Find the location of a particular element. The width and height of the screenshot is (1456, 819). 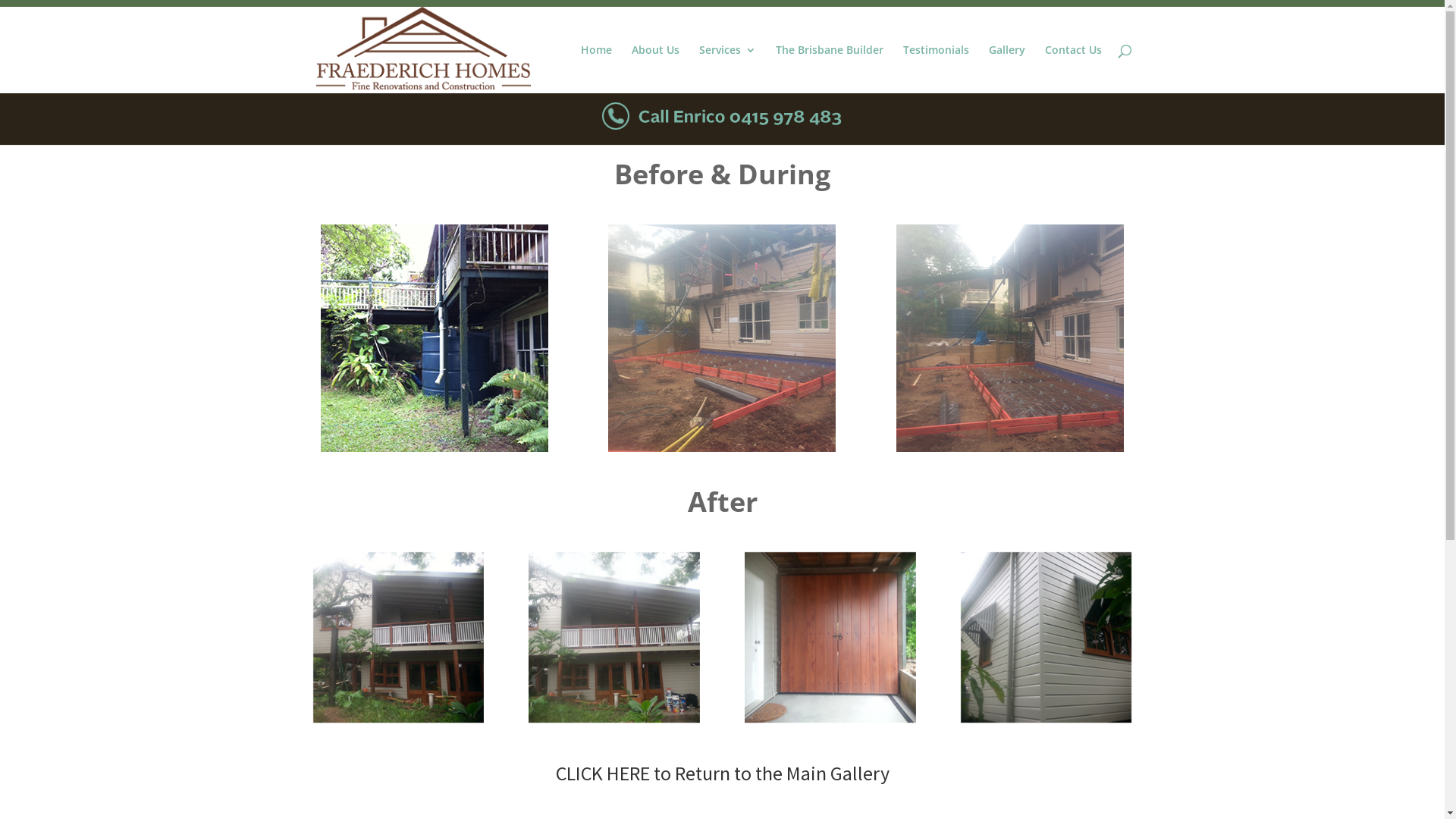

'Extend Upstairs and Down After 03' is located at coordinates (829, 637).